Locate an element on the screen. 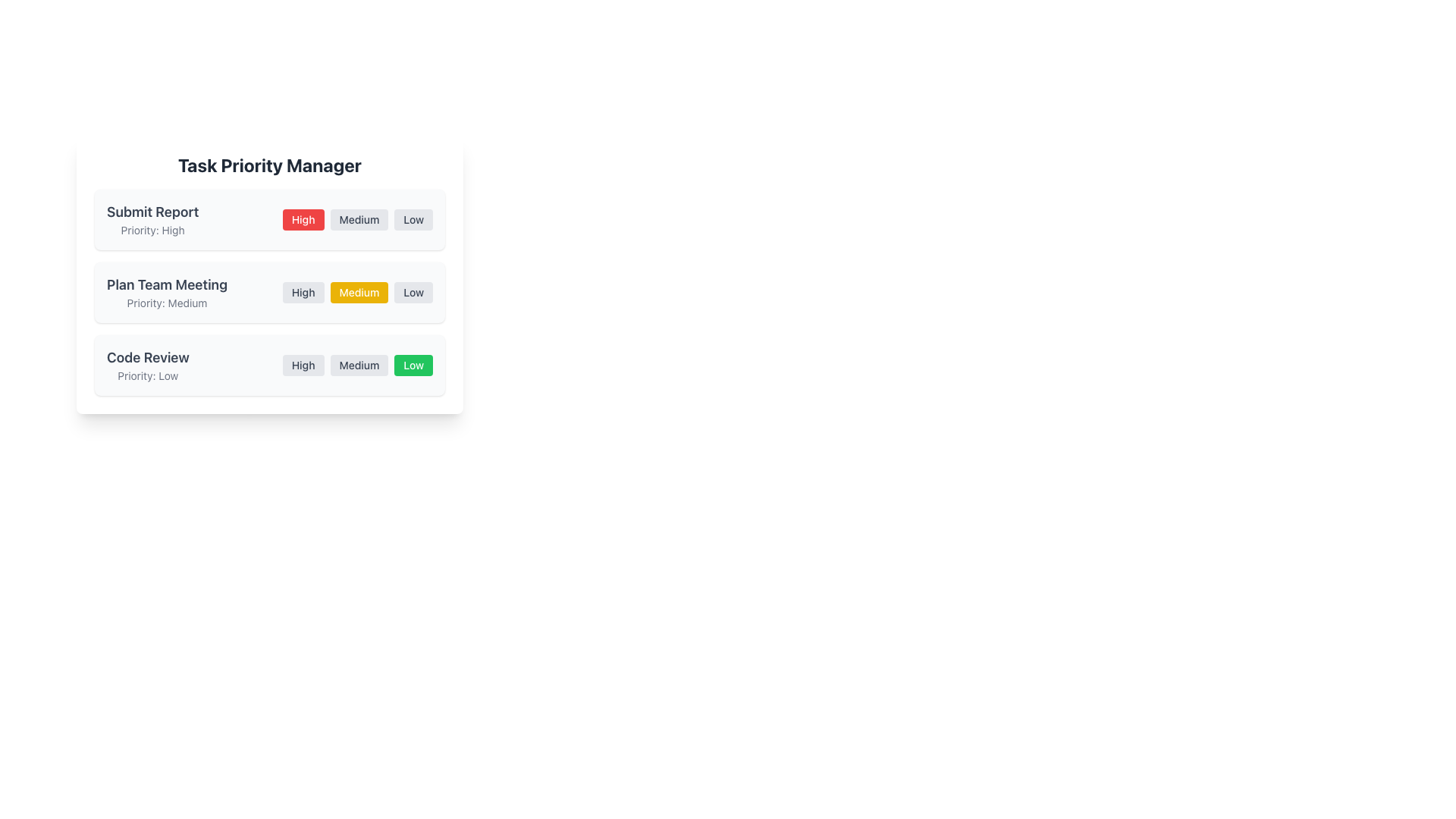 Image resolution: width=1456 pixels, height=819 pixels. the text label displaying the priority status 'High' for the task 'Submit Report', located under the header in the task priority list is located at coordinates (152, 231).